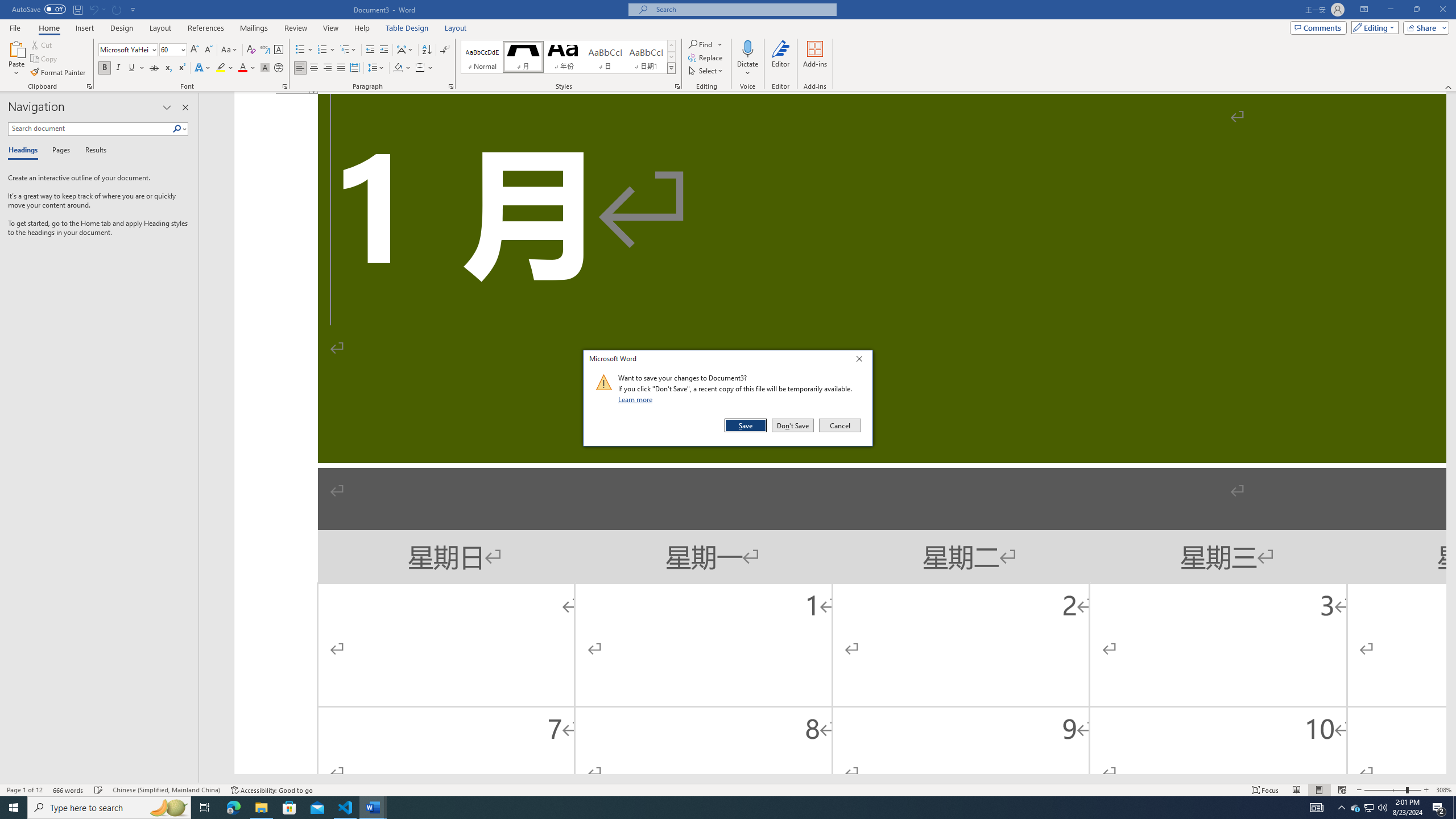 This screenshot has width=1456, height=819. I want to click on 'File Explorer - 1 running window', so click(260, 806).